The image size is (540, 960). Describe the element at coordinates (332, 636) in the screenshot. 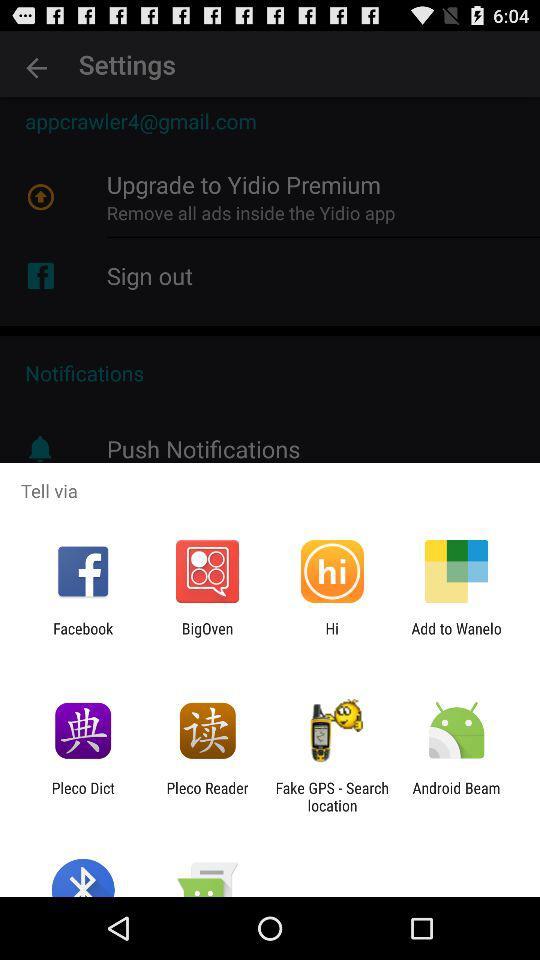

I see `the icon next to the add to wanelo item` at that location.